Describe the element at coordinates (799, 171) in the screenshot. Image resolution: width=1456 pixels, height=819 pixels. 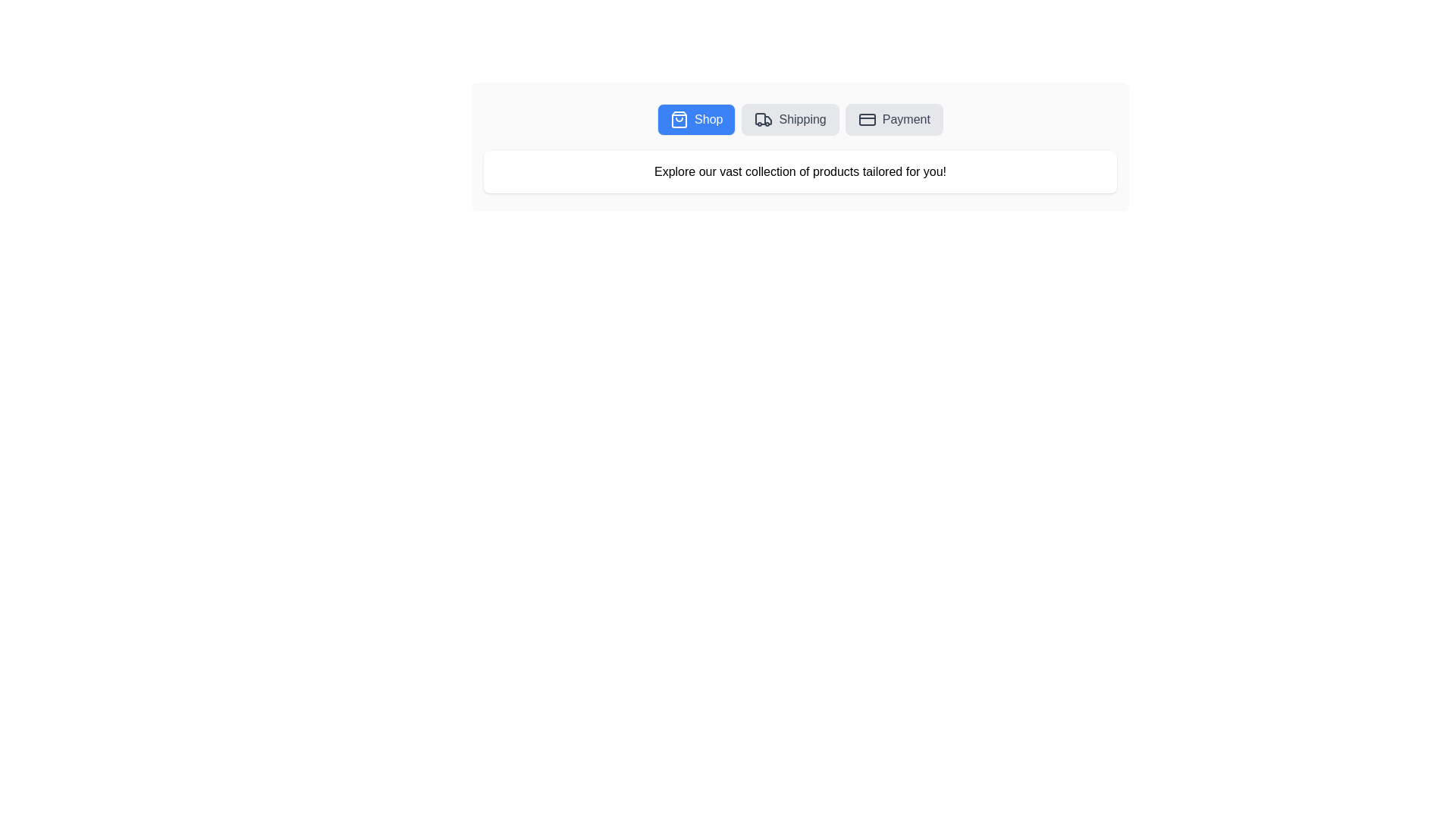
I see `the rectangular text block displaying the message 'Explore our vast collection of products tailored for you!', which is positioned below the buttons labeled 'Shop', 'Shipping', and 'Payment'` at that location.